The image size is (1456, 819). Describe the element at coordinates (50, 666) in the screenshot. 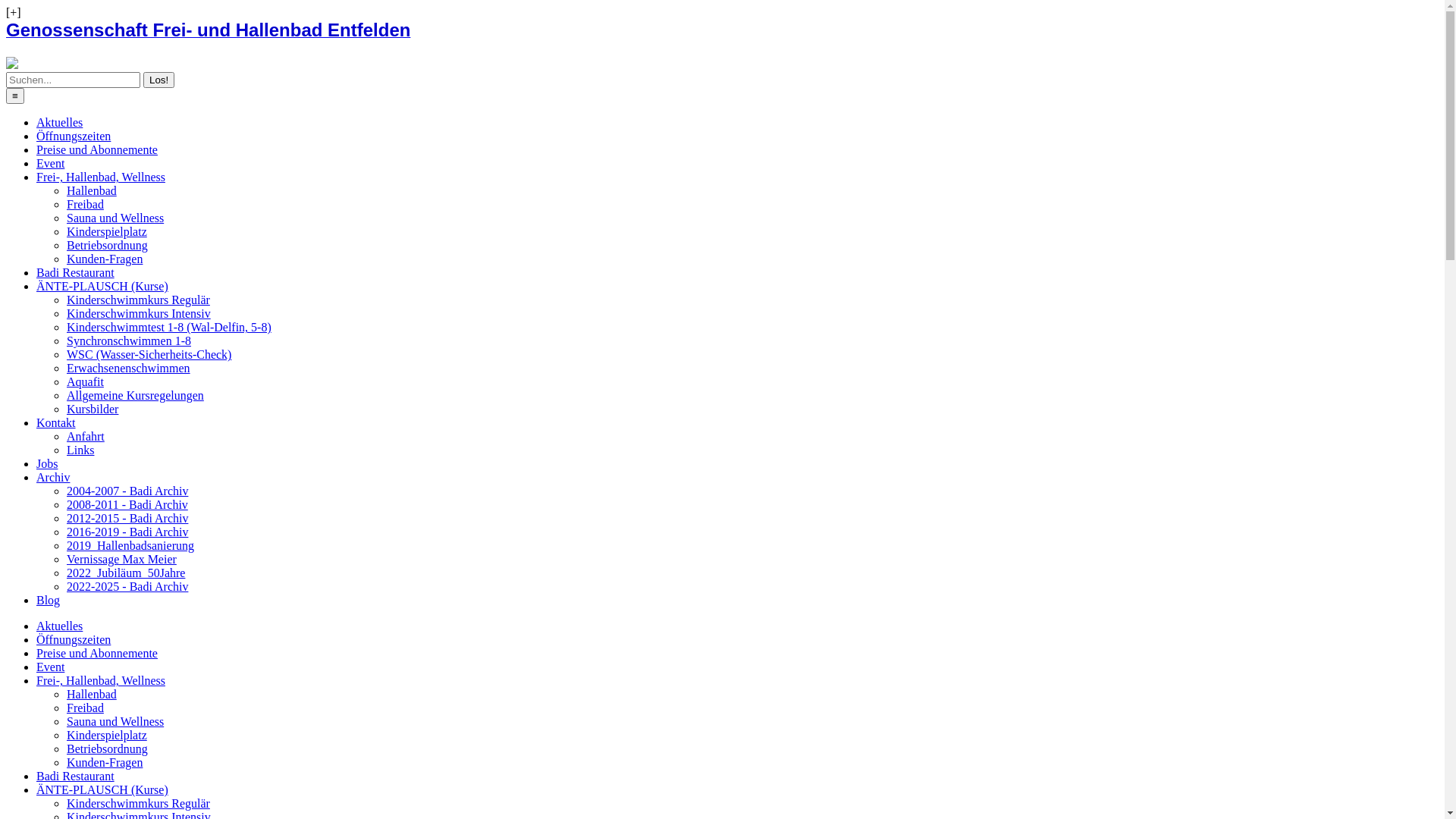

I see `'Event'` at that location.